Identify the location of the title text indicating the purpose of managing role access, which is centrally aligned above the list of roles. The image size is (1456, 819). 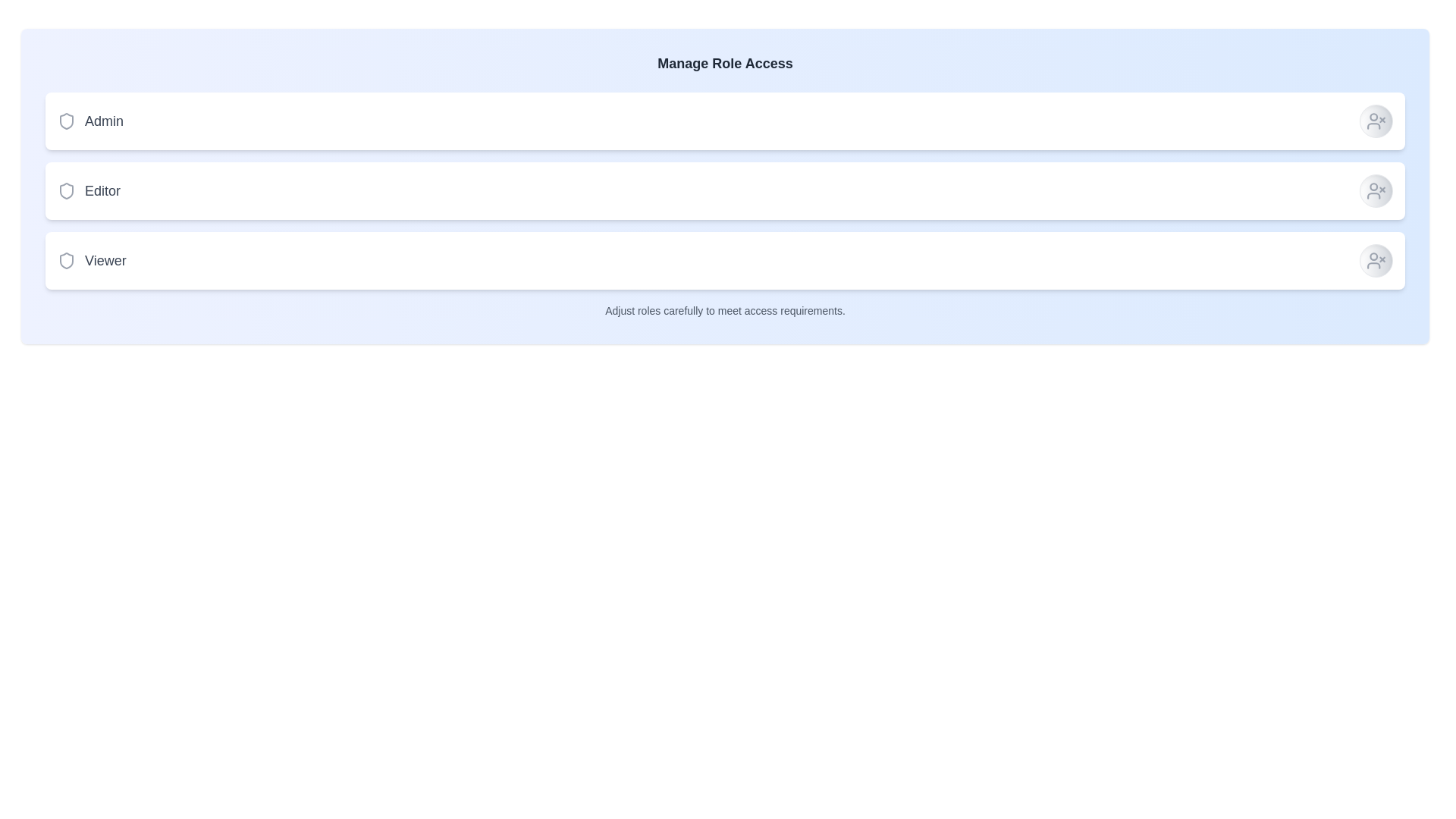
(724, 63).